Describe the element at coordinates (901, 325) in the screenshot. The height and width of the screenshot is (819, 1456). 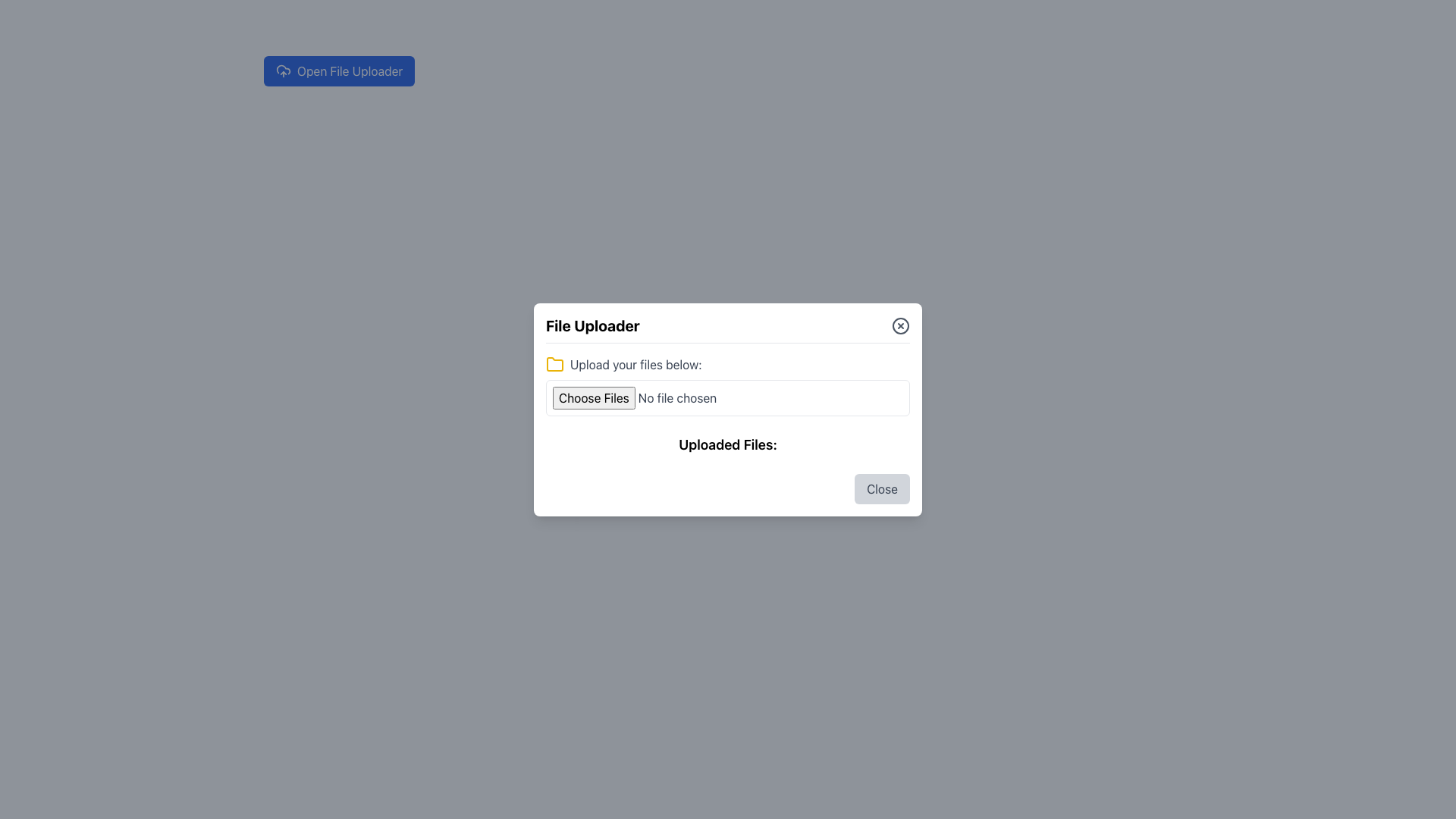
I see `the close button located in the top-right corner of the 'File Uploader' modal` at that location.